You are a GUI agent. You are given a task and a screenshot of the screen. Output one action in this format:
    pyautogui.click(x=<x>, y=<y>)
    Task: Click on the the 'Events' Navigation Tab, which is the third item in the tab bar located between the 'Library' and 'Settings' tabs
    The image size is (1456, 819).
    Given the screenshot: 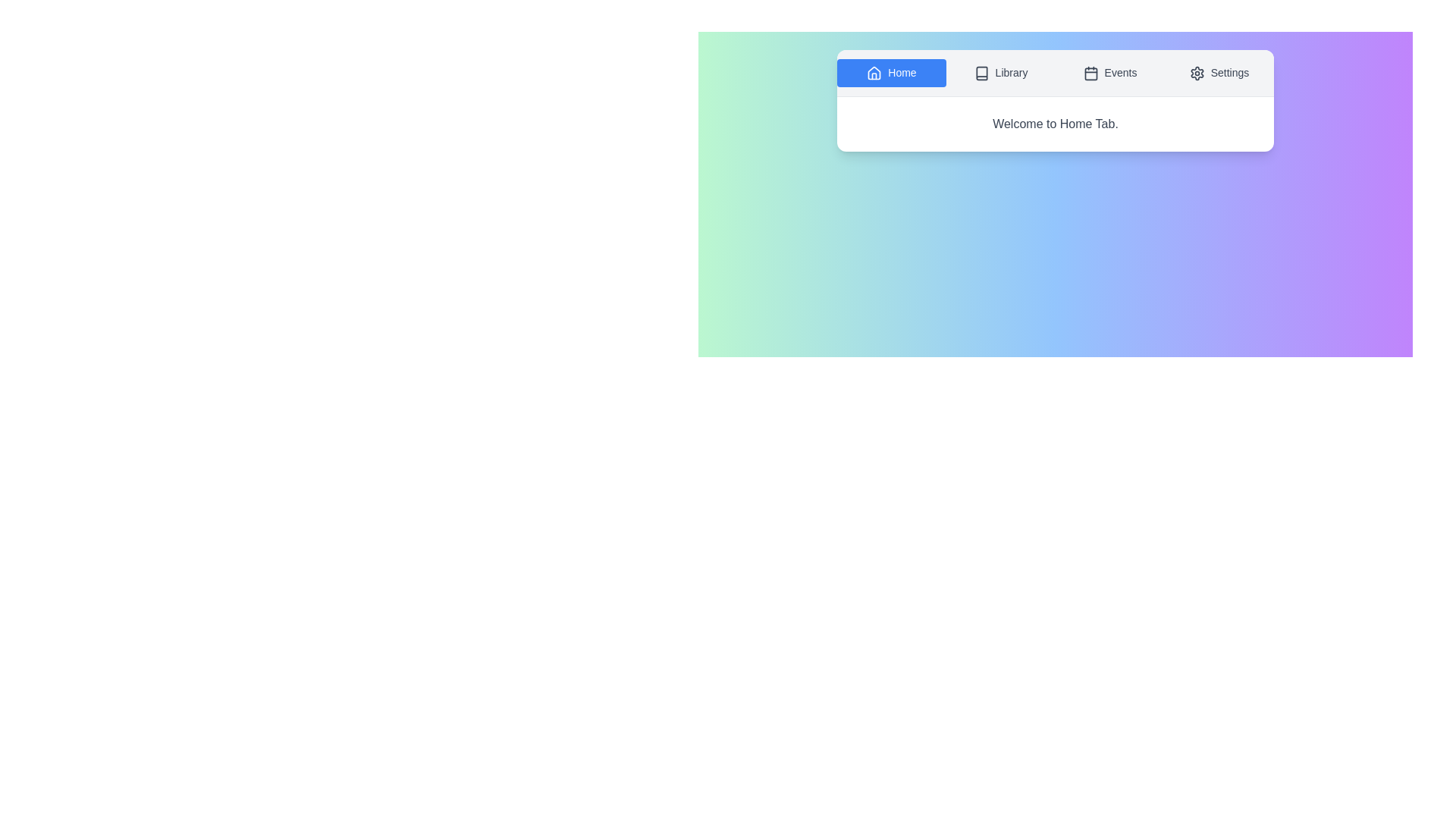 What is the action you would take?
    pyautogui.click(x=1110, y=73)
    